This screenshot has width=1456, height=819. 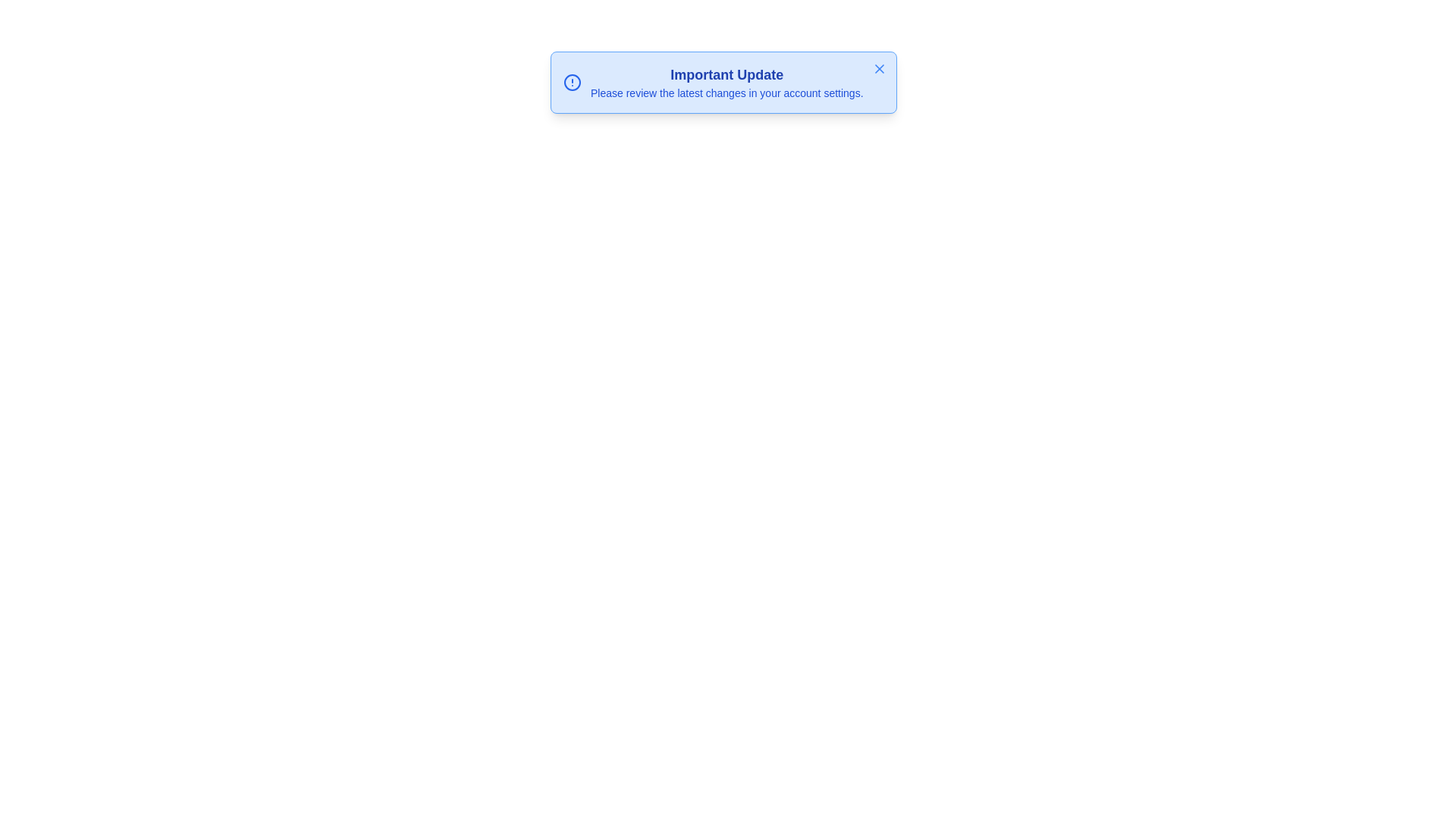 I want to click on the close button icon located in the top-right corner of the notification box, so click(x=880, y=69).